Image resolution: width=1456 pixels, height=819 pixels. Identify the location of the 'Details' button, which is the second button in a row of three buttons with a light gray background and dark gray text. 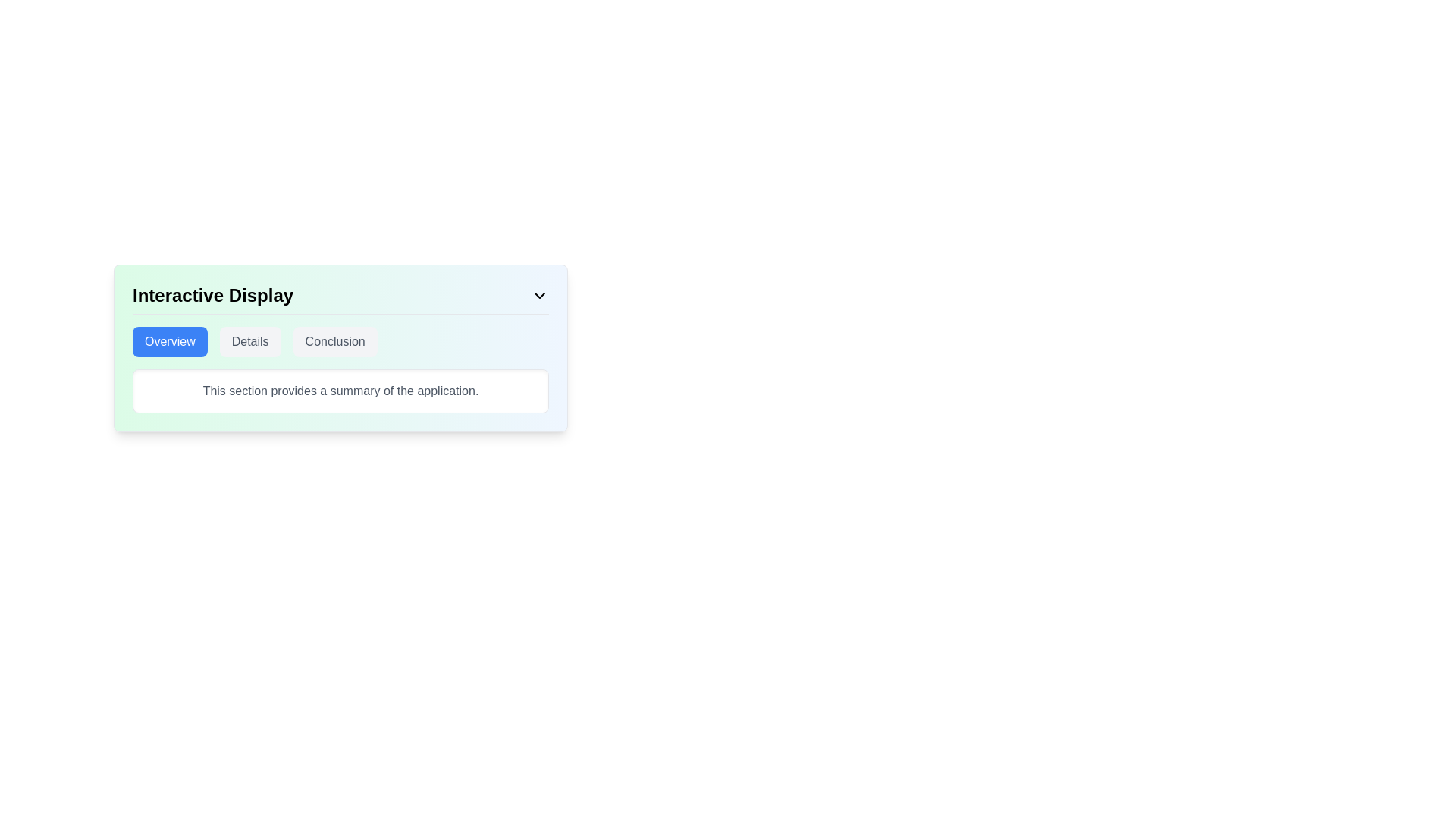
(250, 342).